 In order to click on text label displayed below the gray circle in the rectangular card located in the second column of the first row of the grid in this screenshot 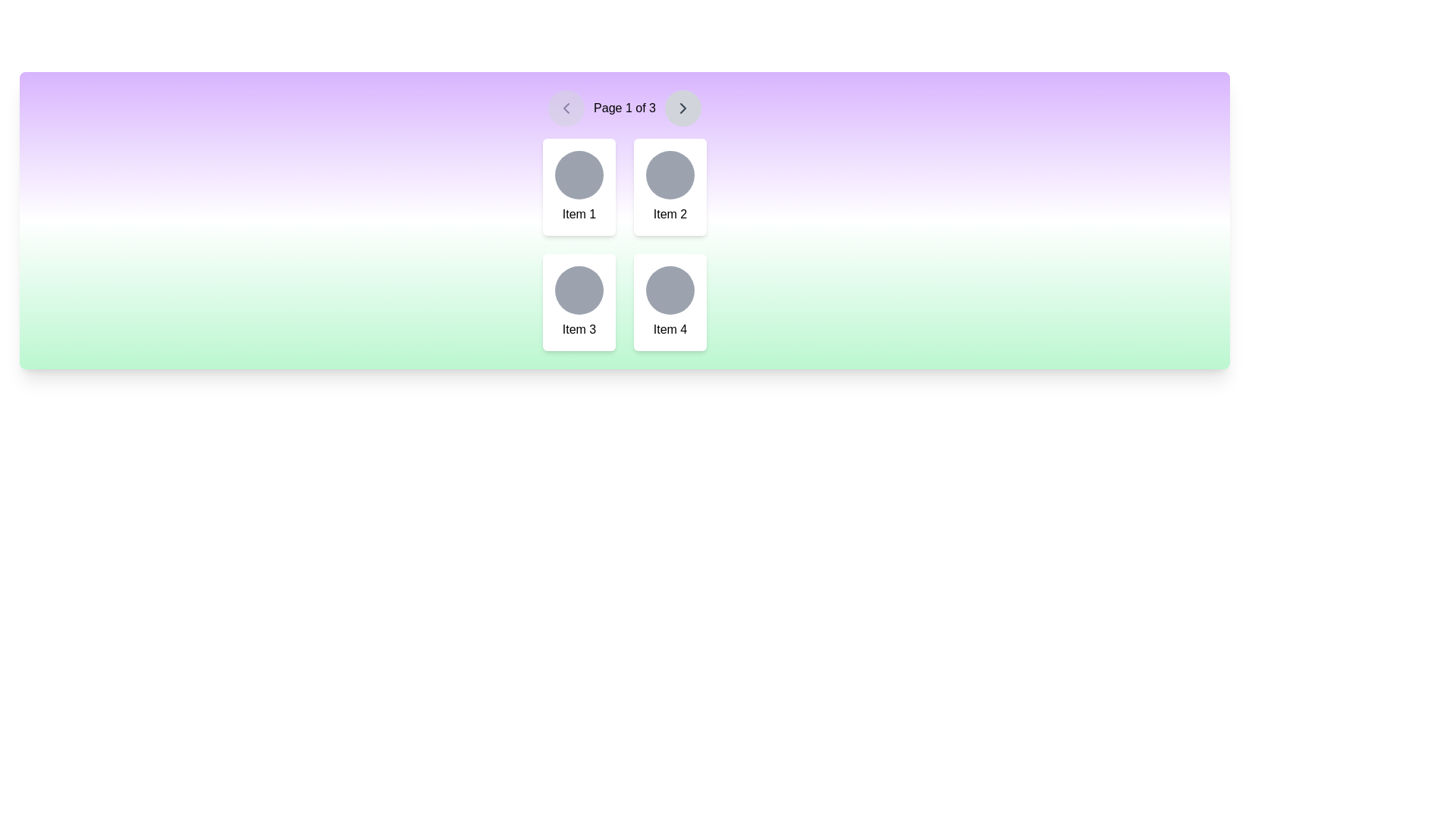, I will do `click(669, 214)`.